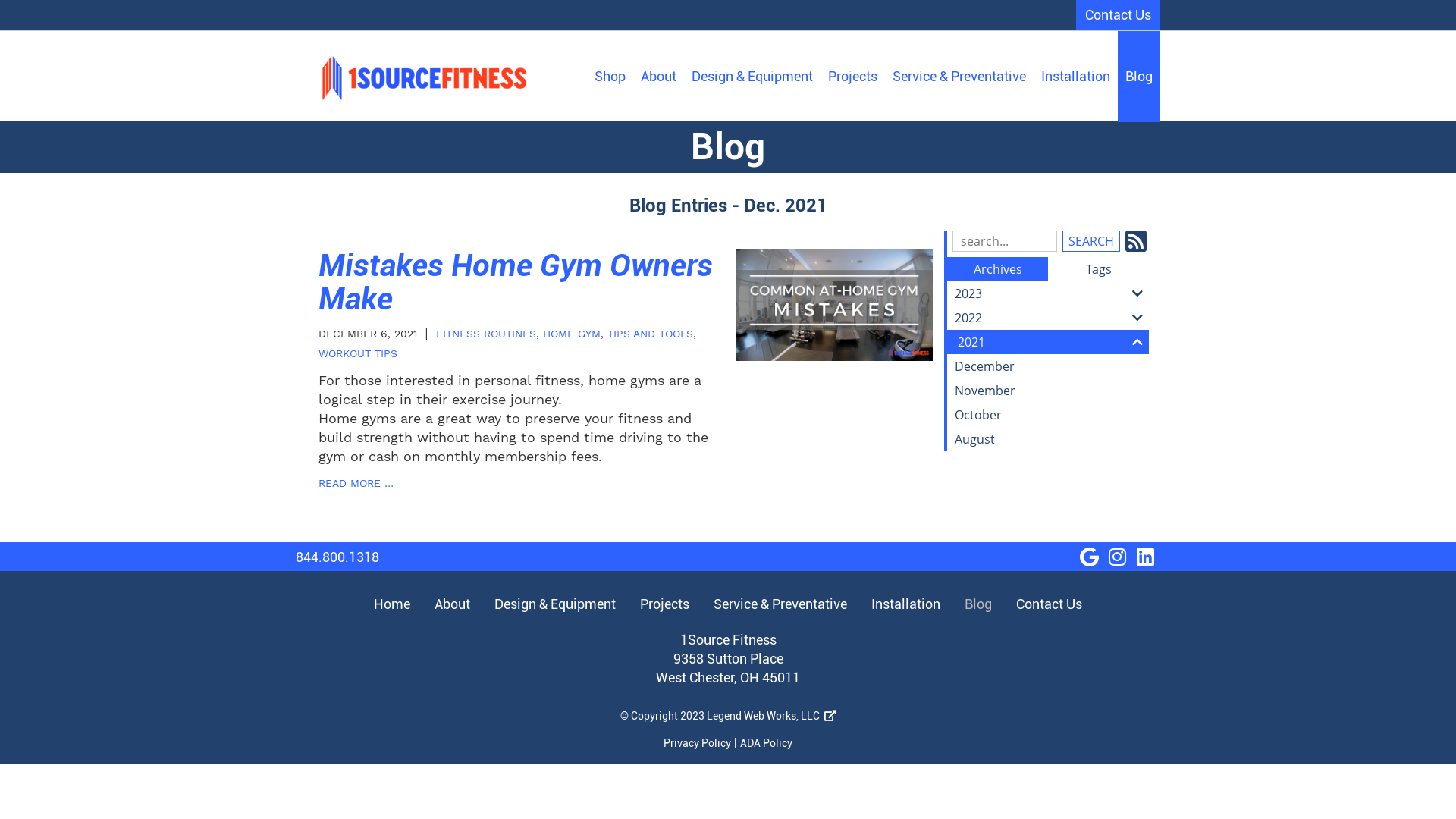 The height and width of the screenshot is (819, 1456). I want to click on '844.800.1318', so click(337, 557).